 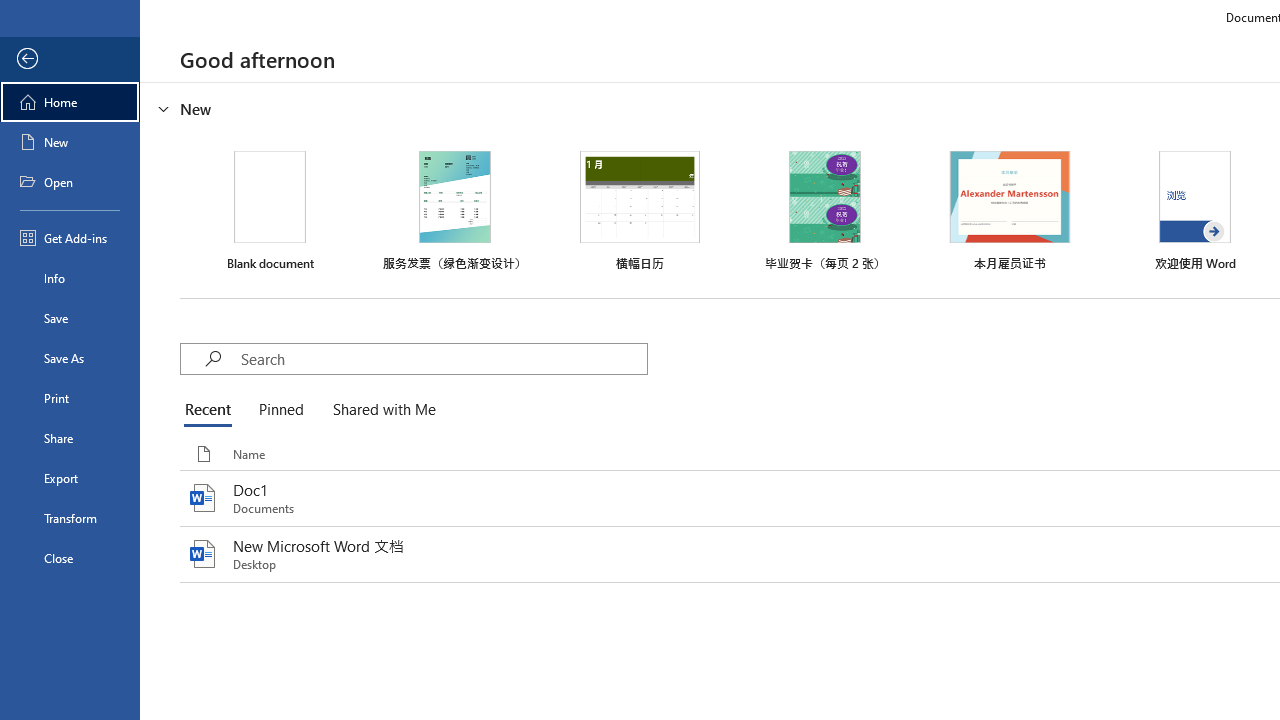 I want to click on 'Open', so click(x=69, y=182).